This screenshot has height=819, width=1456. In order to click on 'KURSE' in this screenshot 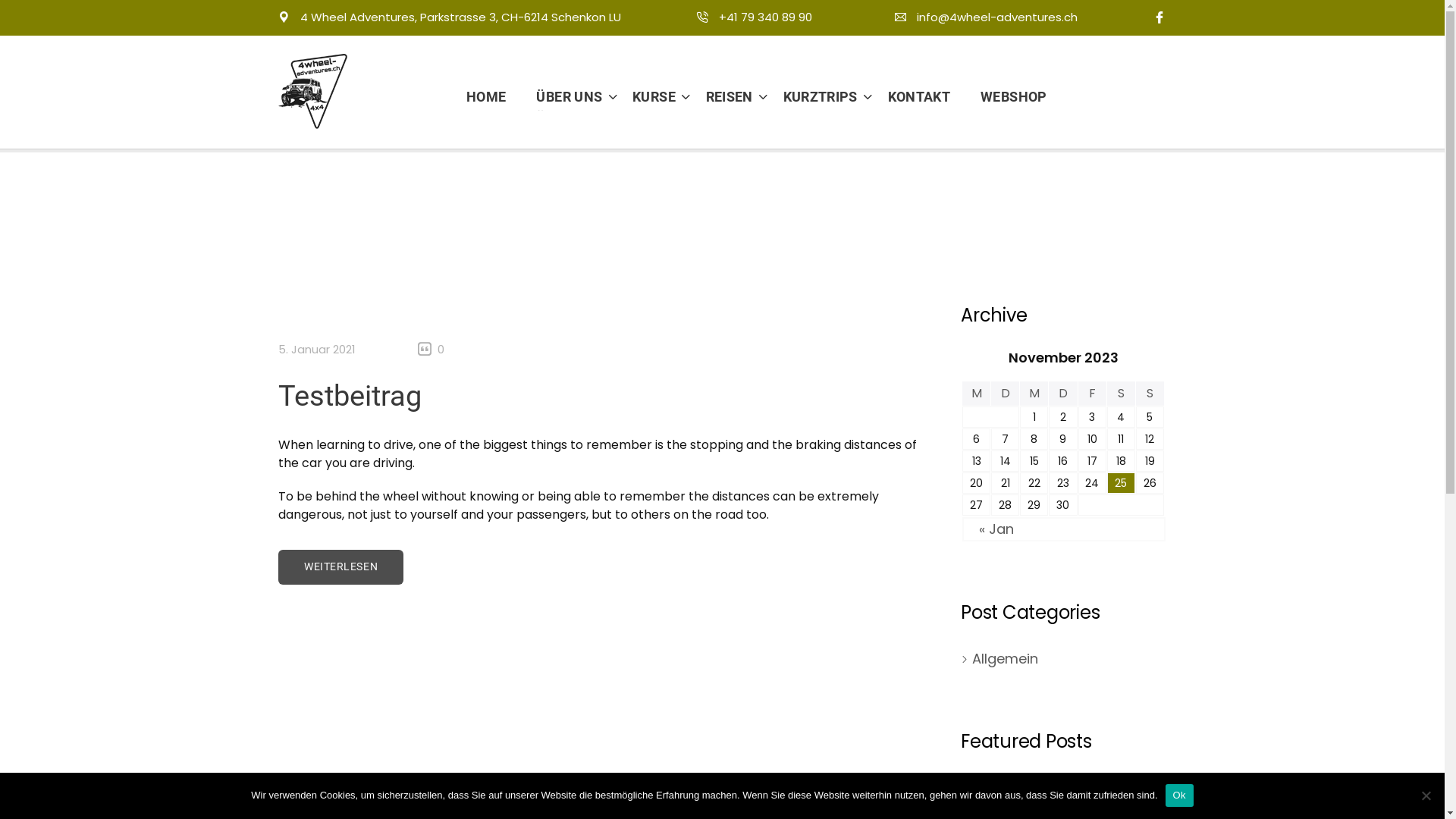, I will do `click(648, 96)`.